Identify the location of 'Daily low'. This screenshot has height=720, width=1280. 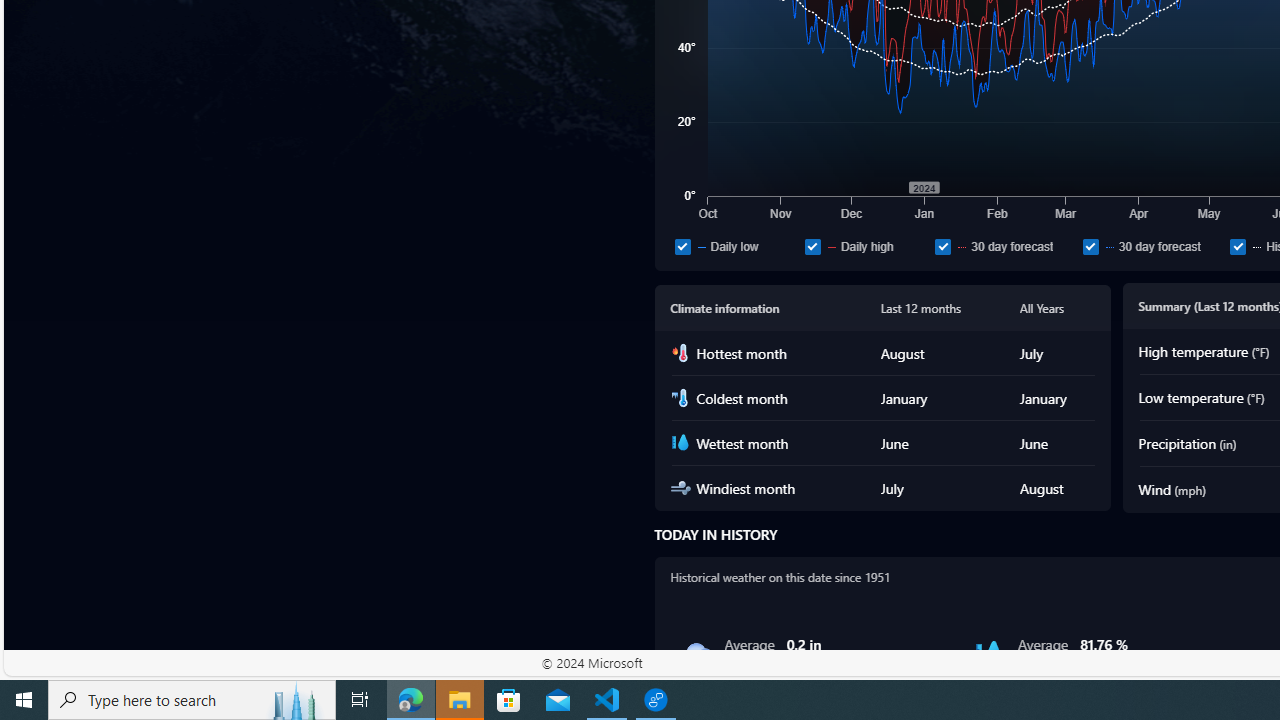
(735, 245).